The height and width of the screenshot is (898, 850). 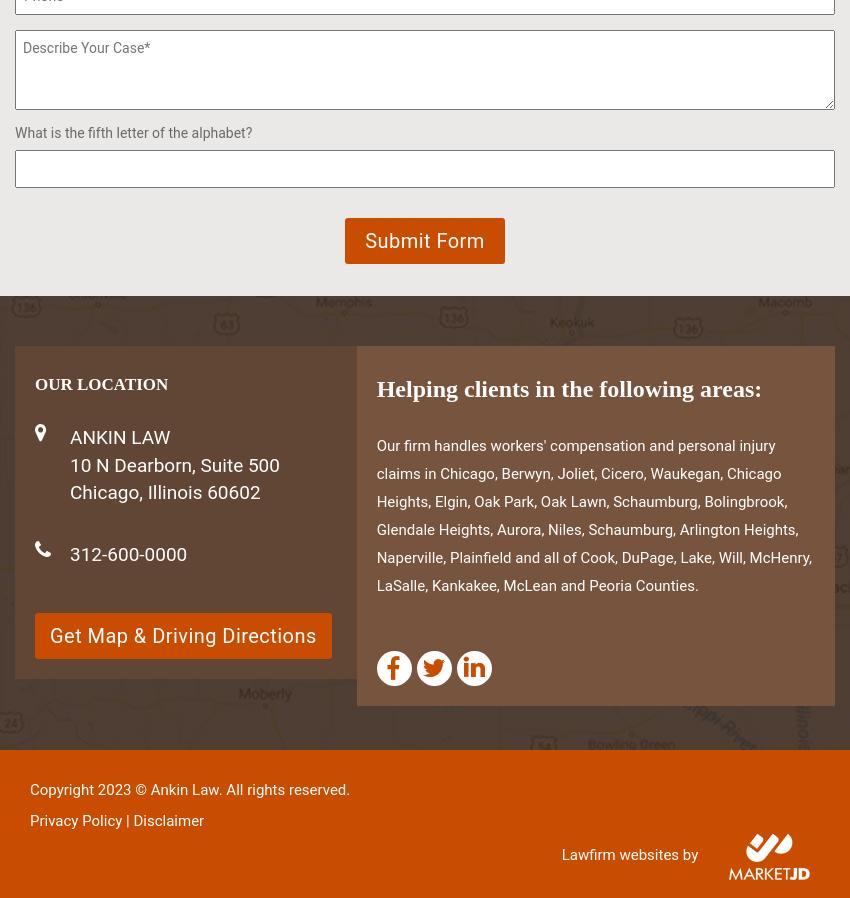 I want to click on 'Our firm handles workers' compensation and personal injury claims in Chicago, Berwyn, Joliet, Cicero, Waukegan, Chicago Heights, Elgin, Oak Park, Oak Lawn, Schaumburg, Bolingbrook, Glendale Heights, Aurora, Niles, Schaumburg, Arlington Heights, Naperville, Plainfield and all of Cook, DuPage, Lake, Will, McHenry, LaSalle, Kankakee, McLean and Peoria Counties.', so click(x=593, y=514).